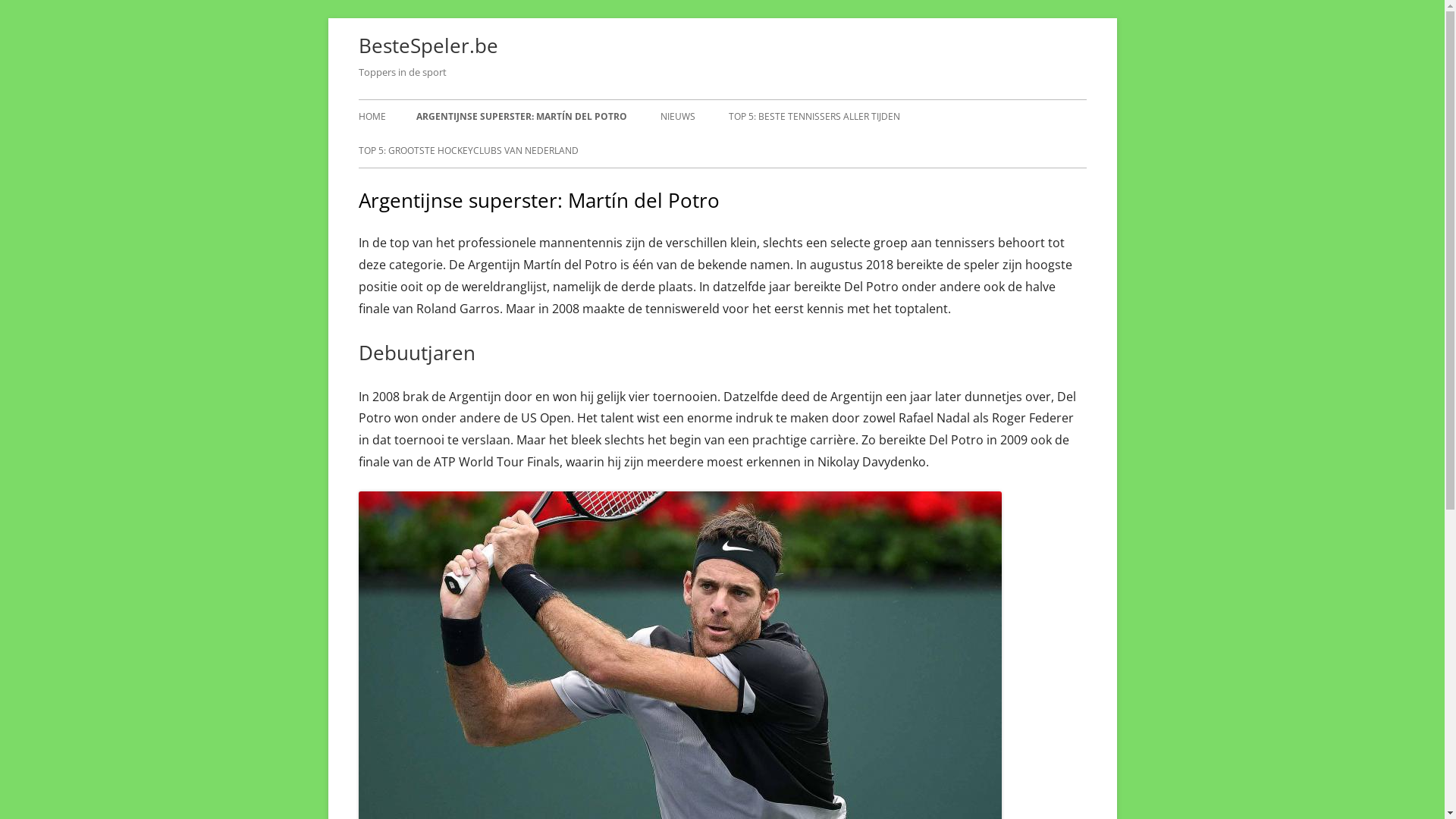 This screenshot has width=1456, height=819. What do you see at coordinates (371, 116) in the screenshot?
I see `'HOME'` at bounding box center [371, 116].